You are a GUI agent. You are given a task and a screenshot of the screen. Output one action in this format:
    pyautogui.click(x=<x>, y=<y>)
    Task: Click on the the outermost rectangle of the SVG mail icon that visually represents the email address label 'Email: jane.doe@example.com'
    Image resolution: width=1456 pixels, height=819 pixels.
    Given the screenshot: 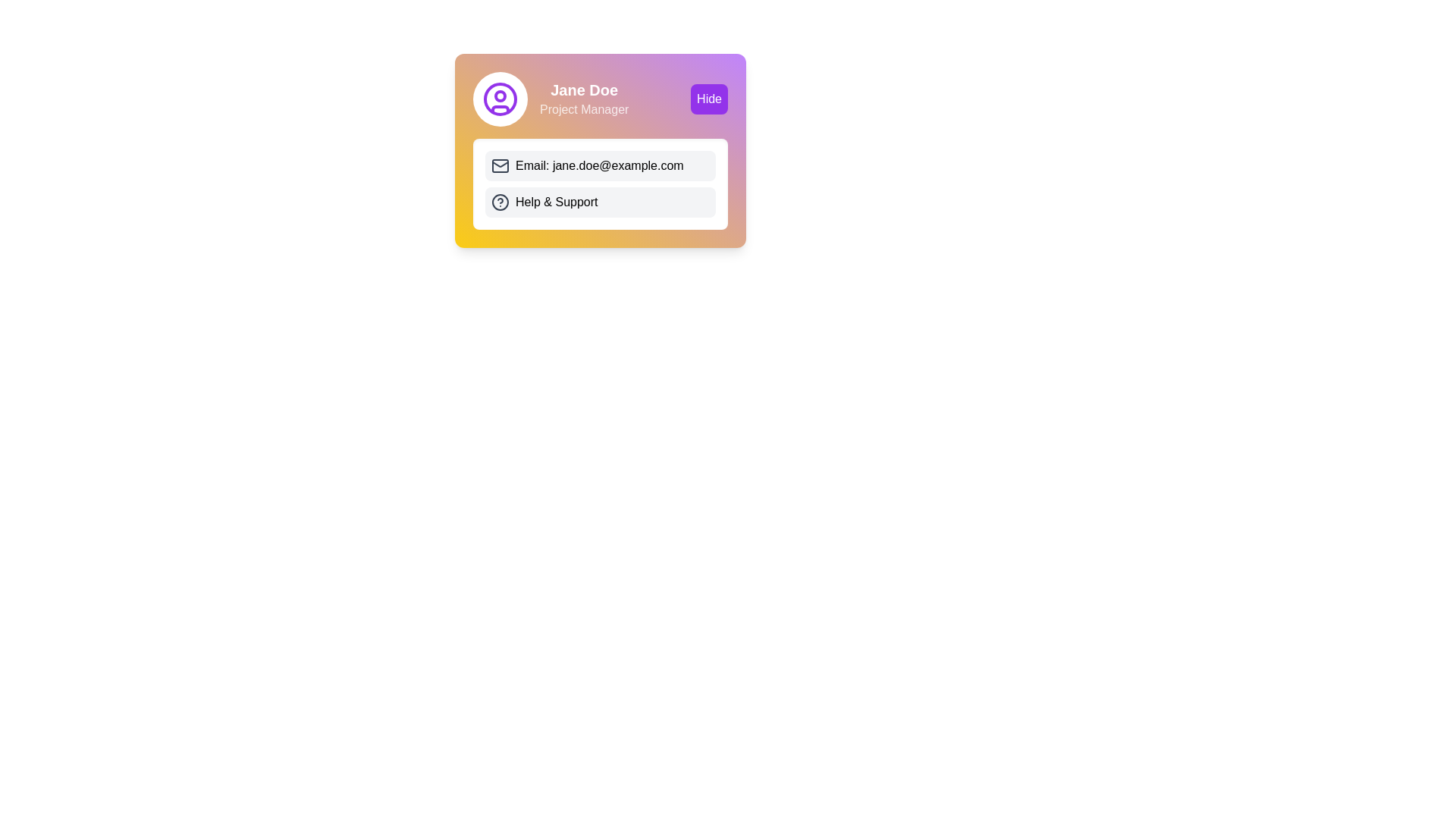 What is the action you would take?
    pyautogui.click(x=500, y=166)
    